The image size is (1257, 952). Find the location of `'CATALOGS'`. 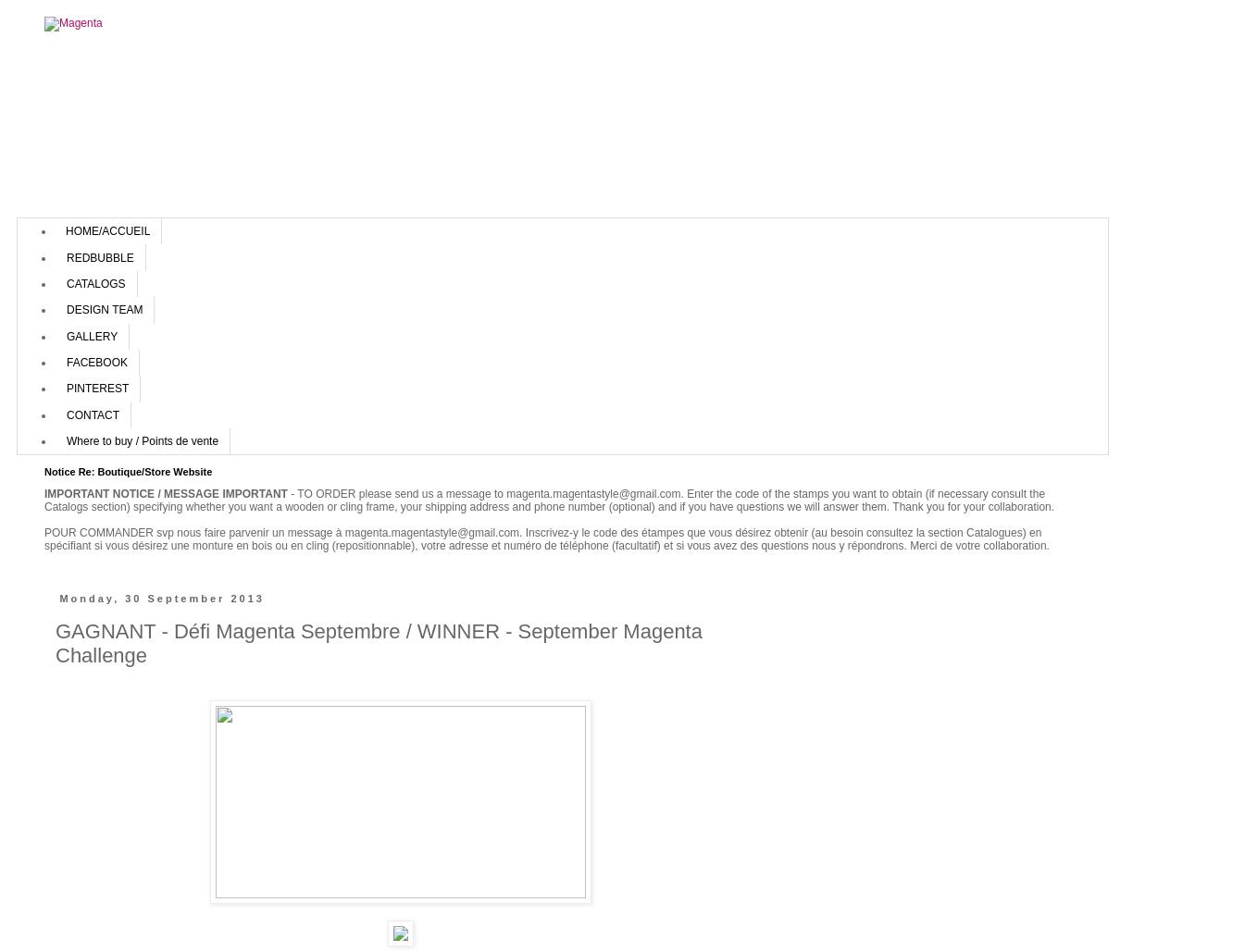

'CATALOGS' is located at coordinates (94, 283).